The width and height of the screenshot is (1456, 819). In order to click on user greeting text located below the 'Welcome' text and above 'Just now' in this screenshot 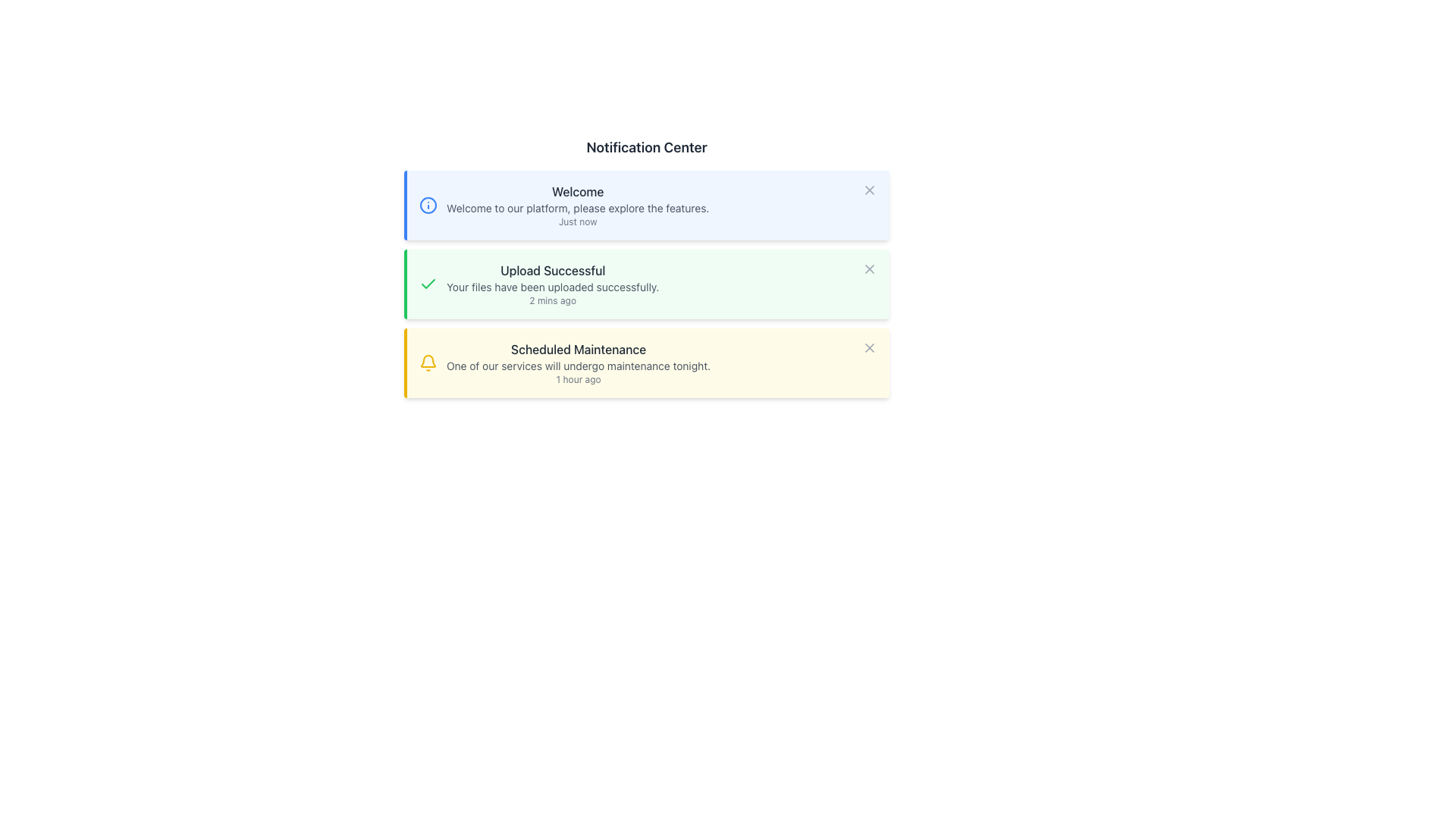, I will do `click(577, 208)`.